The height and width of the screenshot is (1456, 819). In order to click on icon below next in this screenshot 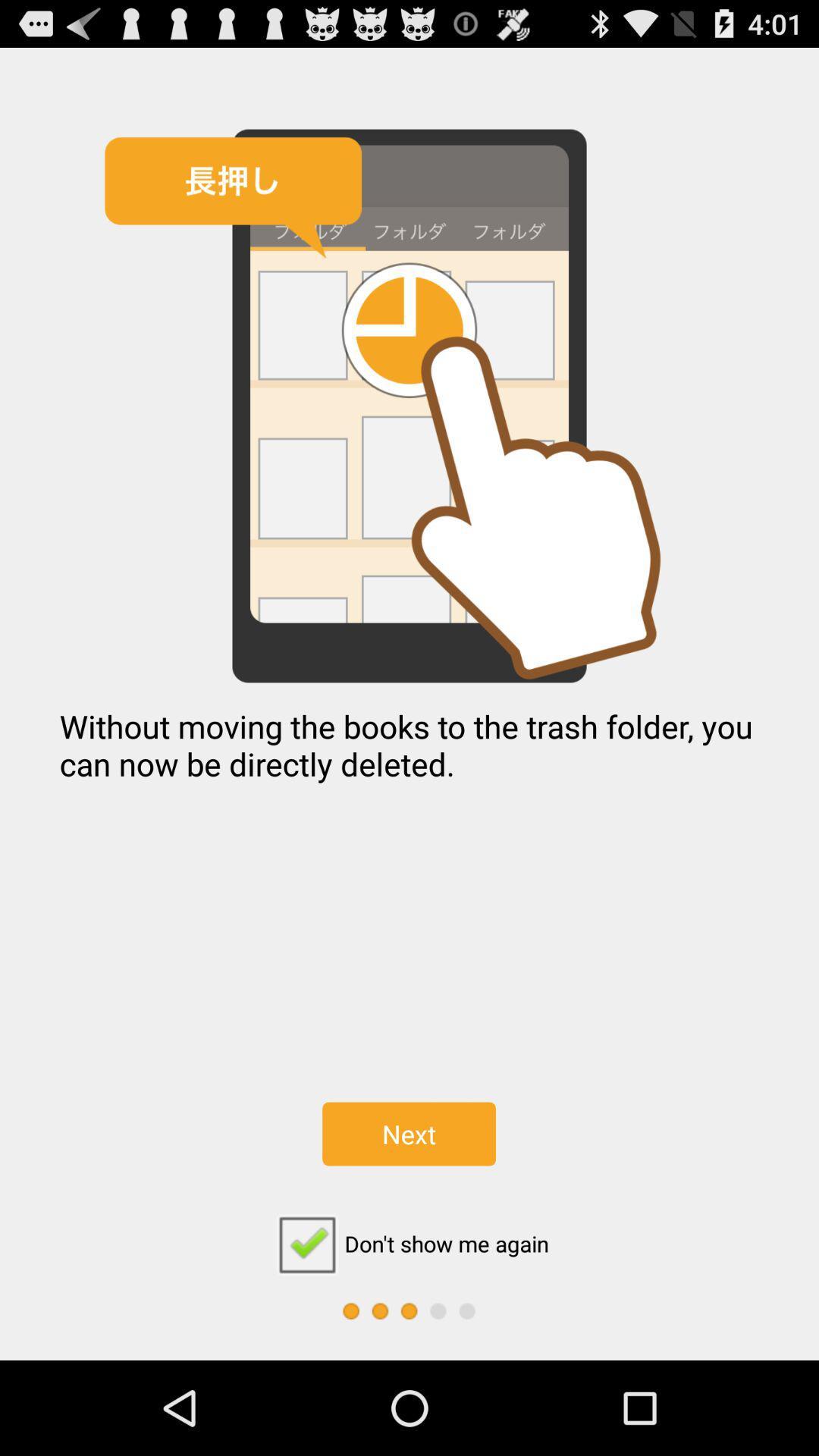, I will do `click(408, 1244)`.